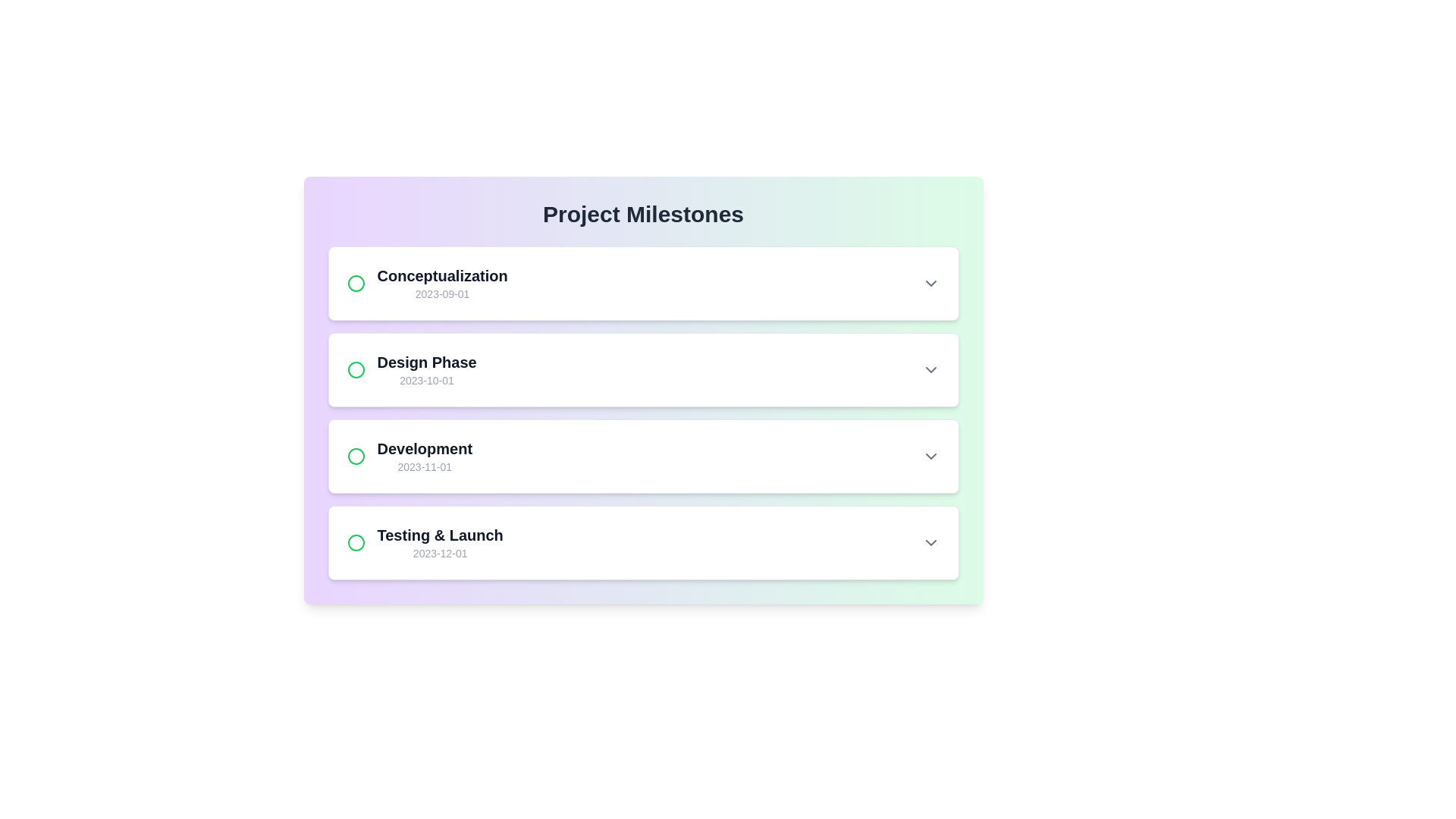 Image resolution: width=1456 pixels, height=819 pixels. Describe the element at coordinates (930, 370) in the screenshot. I see `the SVG icon located on the far-right side of the 'Design Phase' milestone box` at that location.